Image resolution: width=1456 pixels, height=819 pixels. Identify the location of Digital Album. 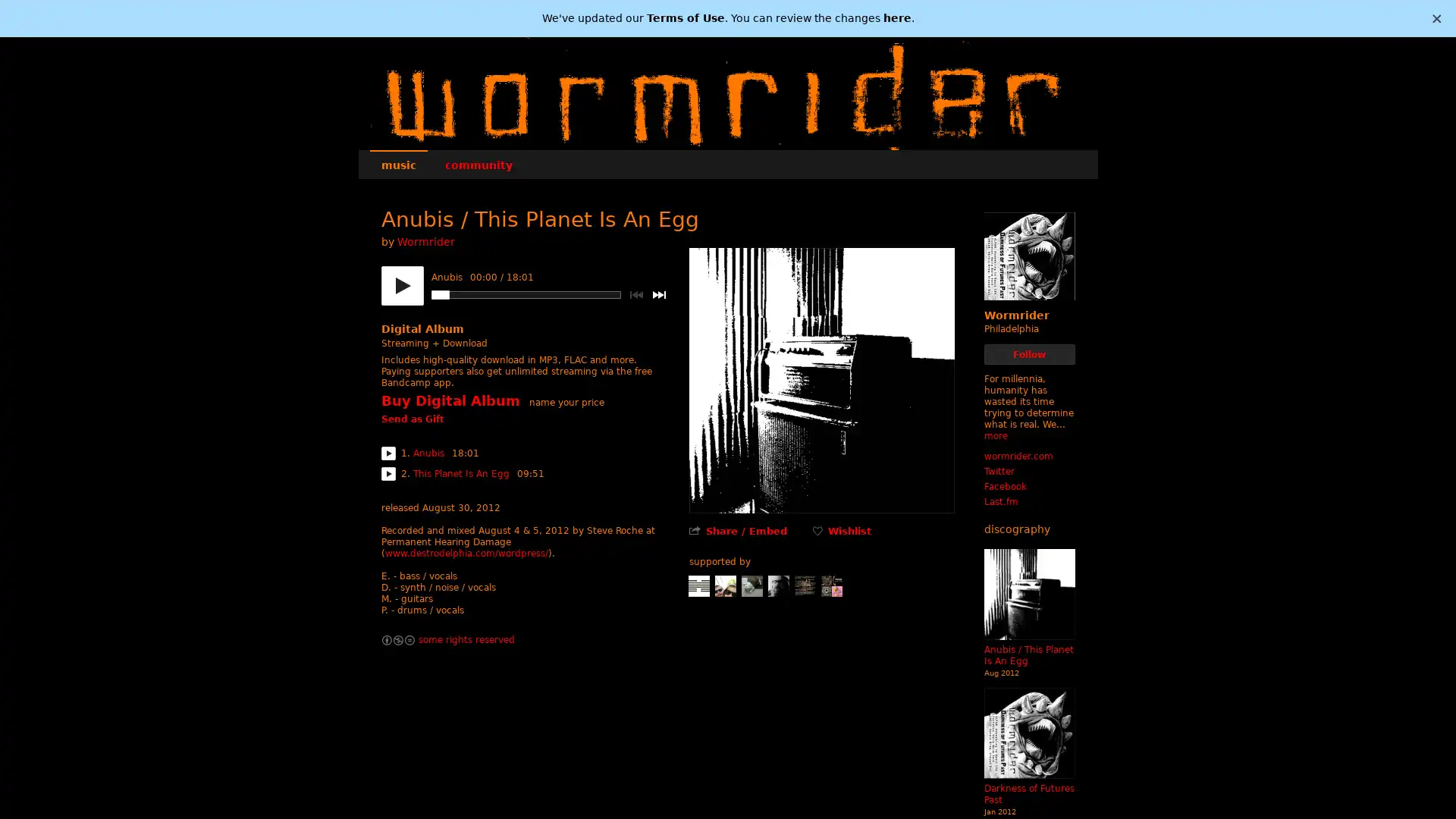
(422, 328).